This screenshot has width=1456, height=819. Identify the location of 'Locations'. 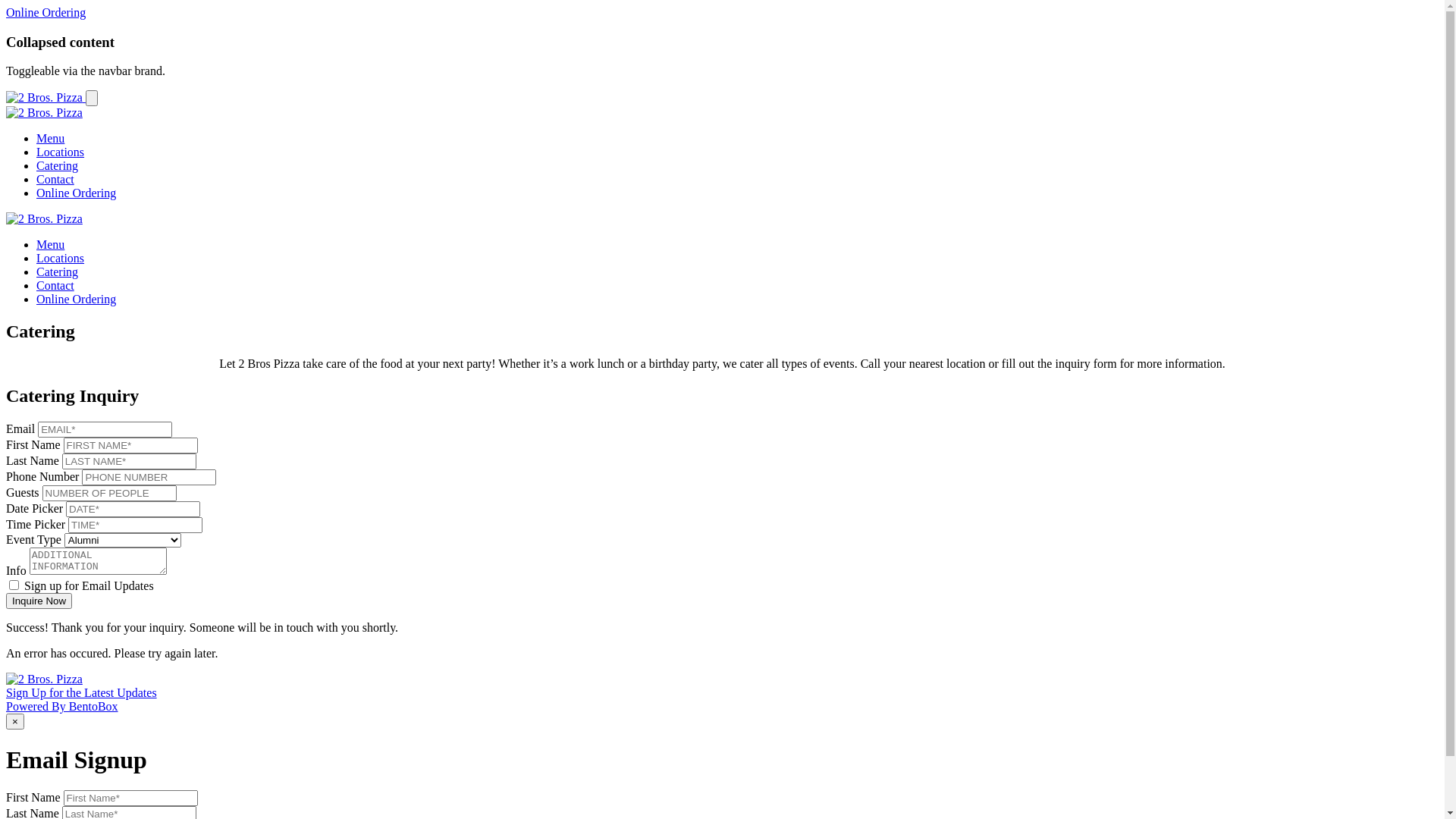
(60, 152).